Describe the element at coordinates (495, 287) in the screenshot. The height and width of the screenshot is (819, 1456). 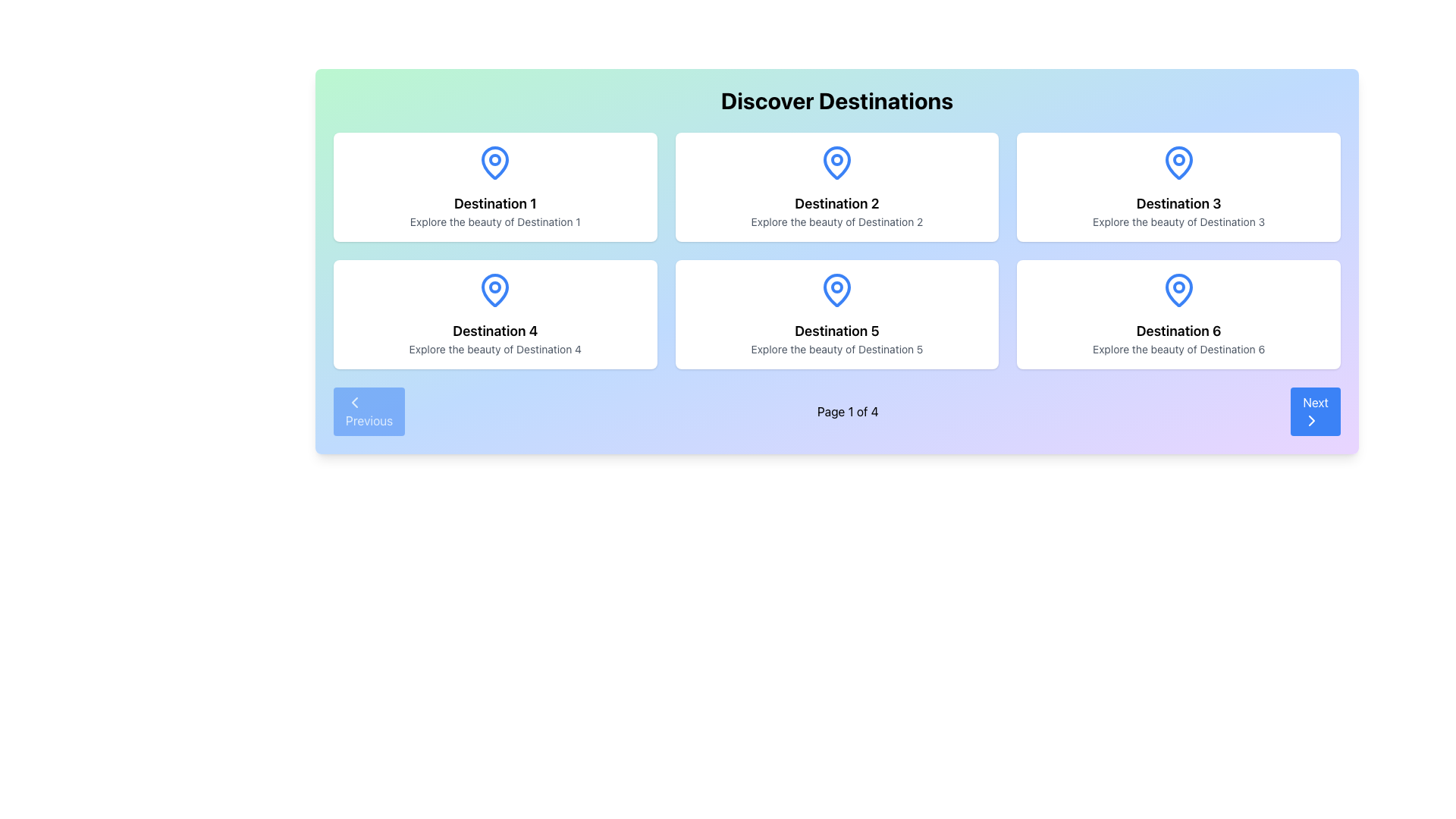
I see `the Icon component of the 'Destination 4' card, which is part of a location pin graphic located at the bottom-left corner of the grid layout` at that location.